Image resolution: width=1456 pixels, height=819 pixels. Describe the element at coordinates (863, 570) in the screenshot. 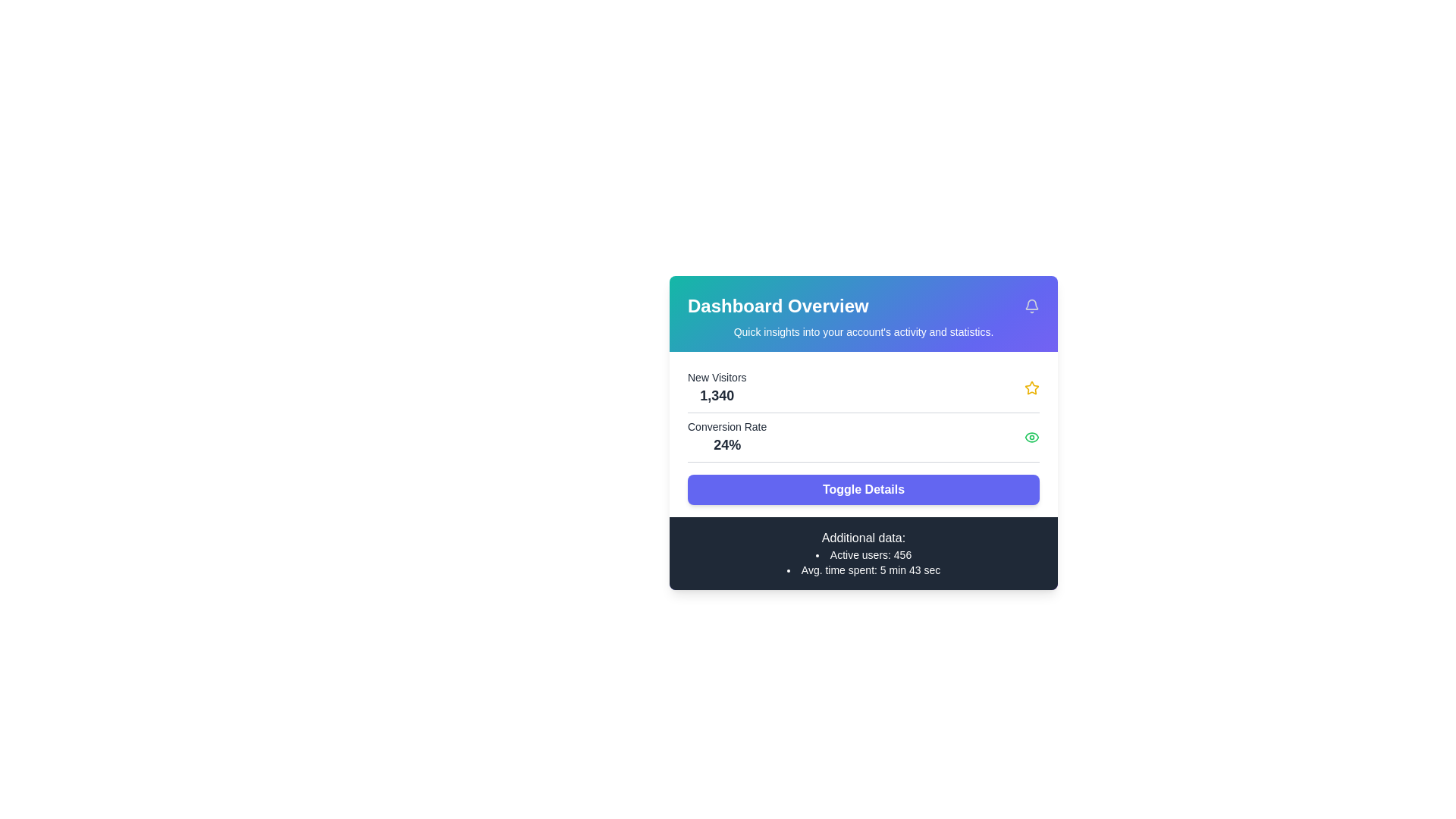

I see `the text label displaying 'Avg. time spent: 5 min 43 sec', which is the second item in a bullet point list located below 'Active users: 456'` at that location.